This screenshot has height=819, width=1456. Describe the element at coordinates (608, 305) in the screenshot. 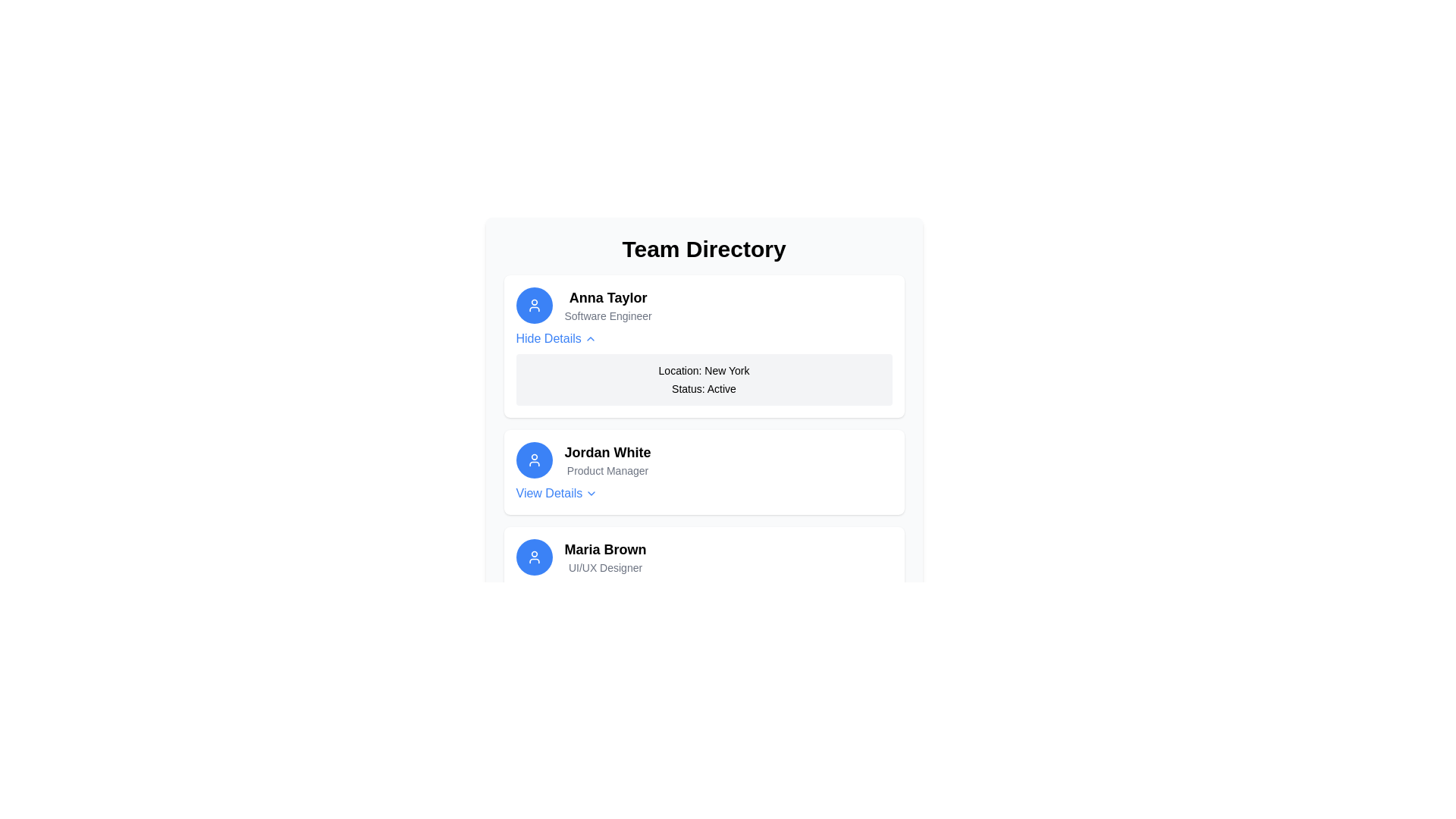

I see `the static informational text display that conveys the name and professional title of a listed individual in the team directory, located to the right of the circular blue user icon` at that location.